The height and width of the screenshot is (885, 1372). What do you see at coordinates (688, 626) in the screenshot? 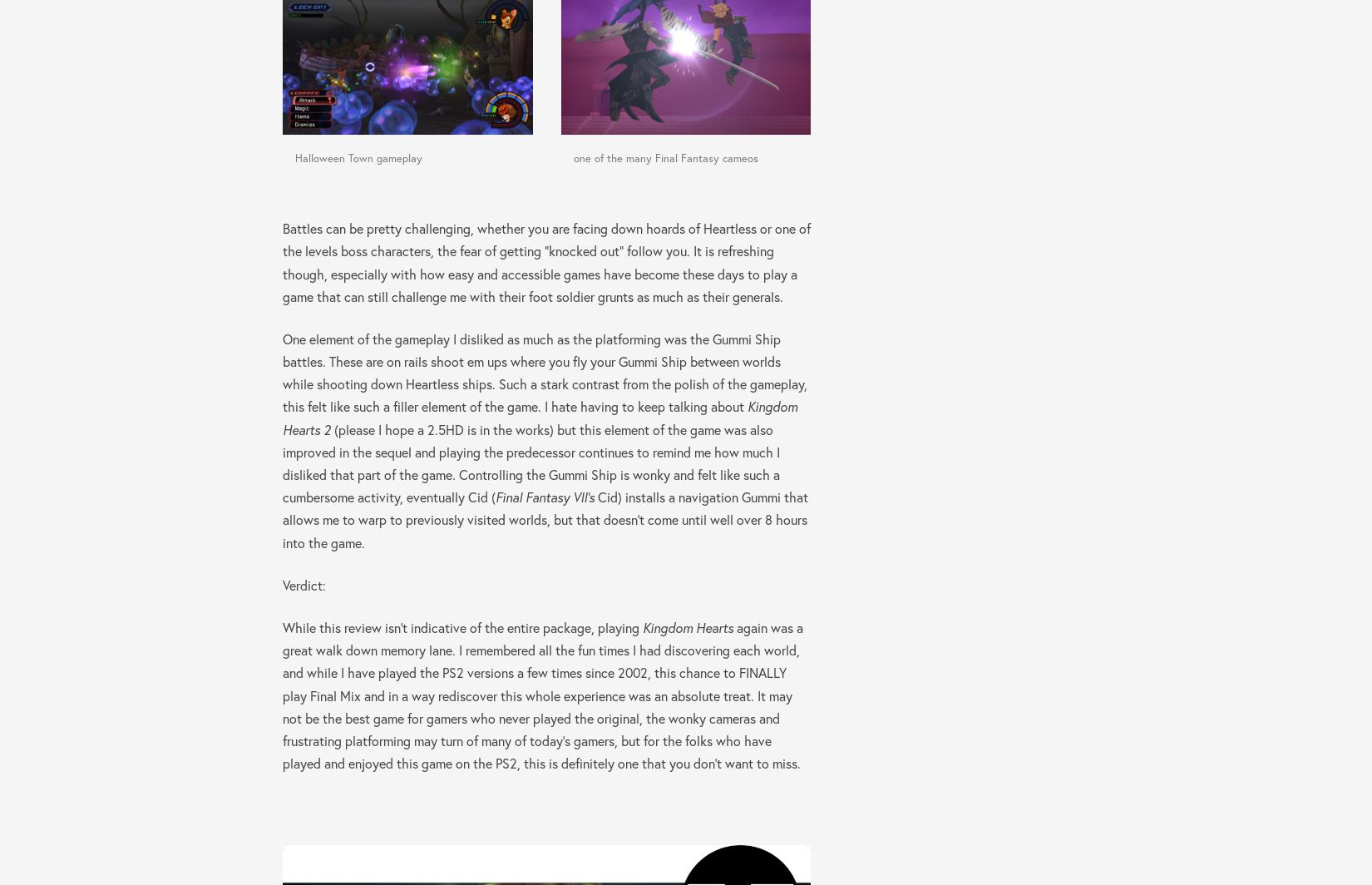
I see `'Kingdom
Hearts'` at bounding box center [688, 626].